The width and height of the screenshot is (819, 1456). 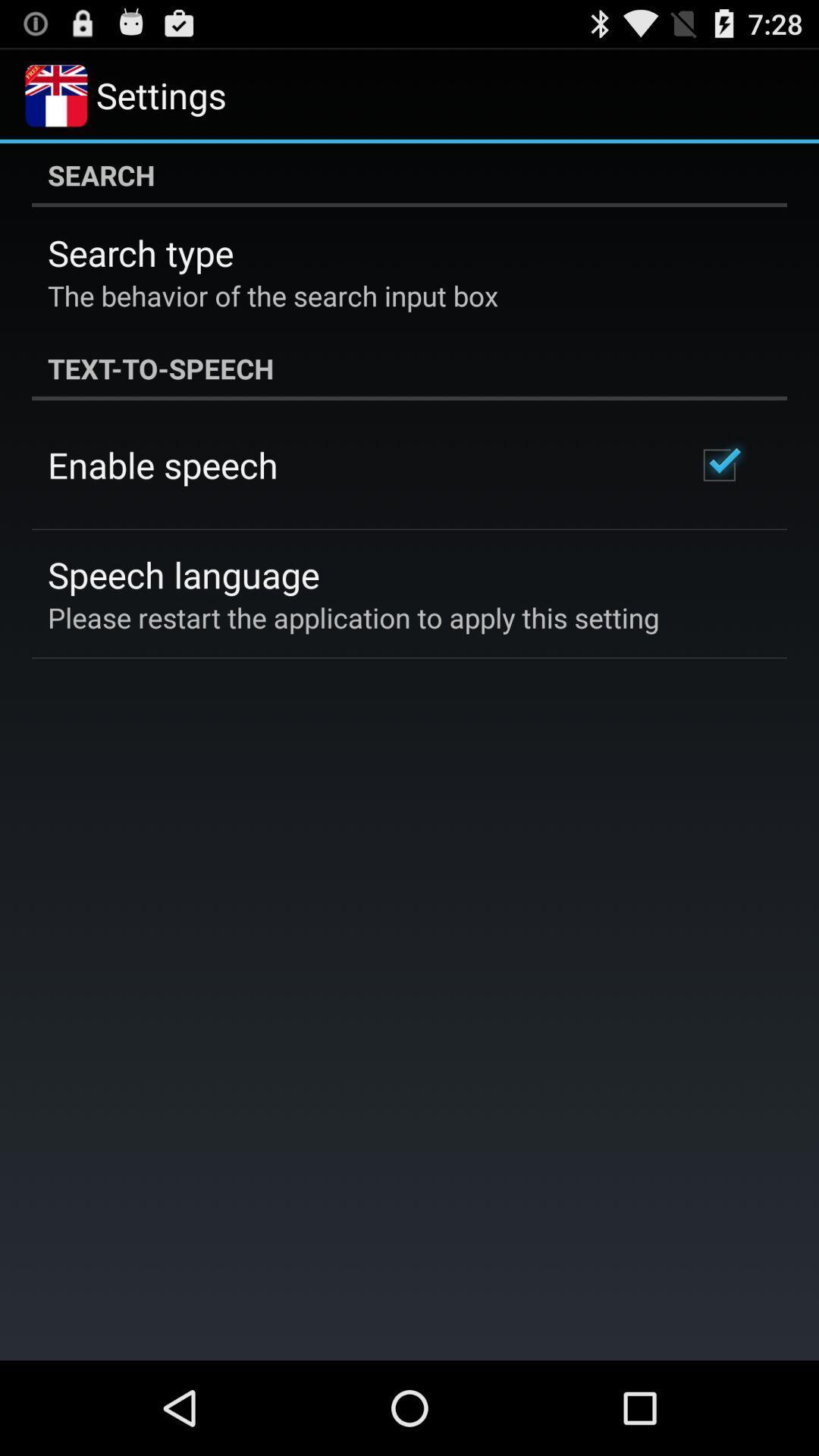 I want to click on the icon above the please restart the item, so click(x=183, y=573).